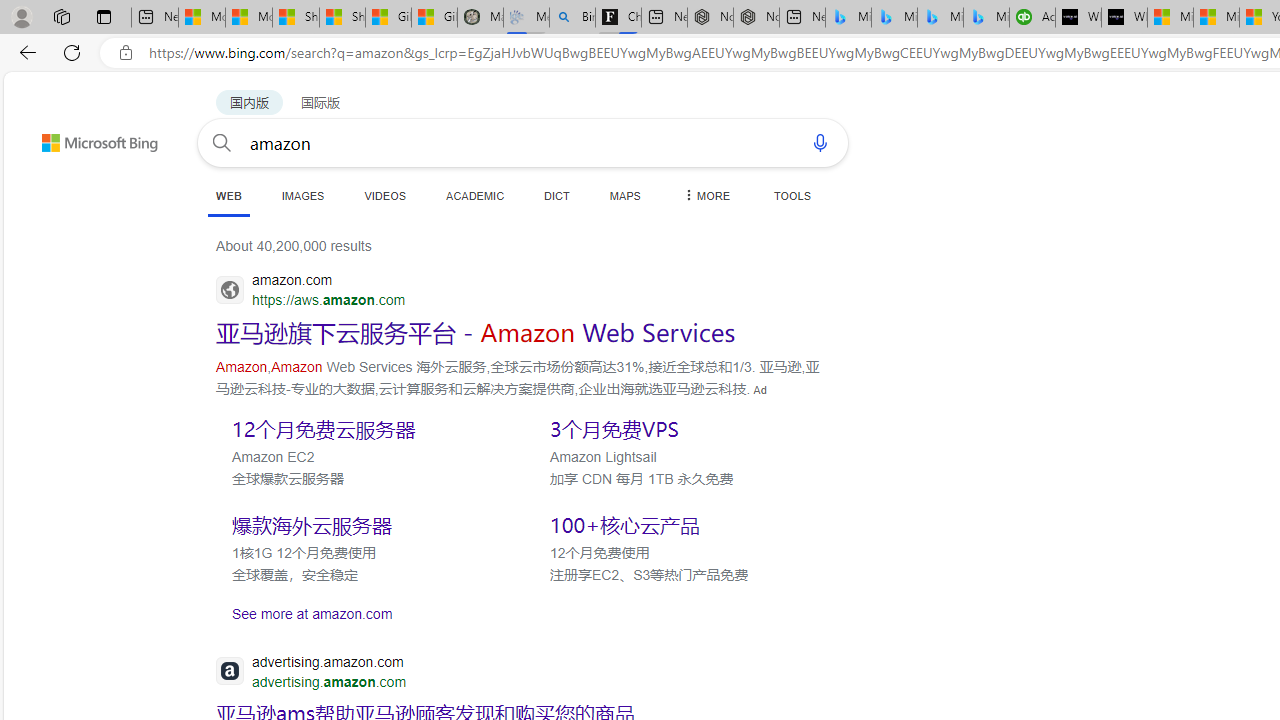  Describe the element at coordinates (385, 195) in the screenshot. I see `'VIDEOS'` at that location.